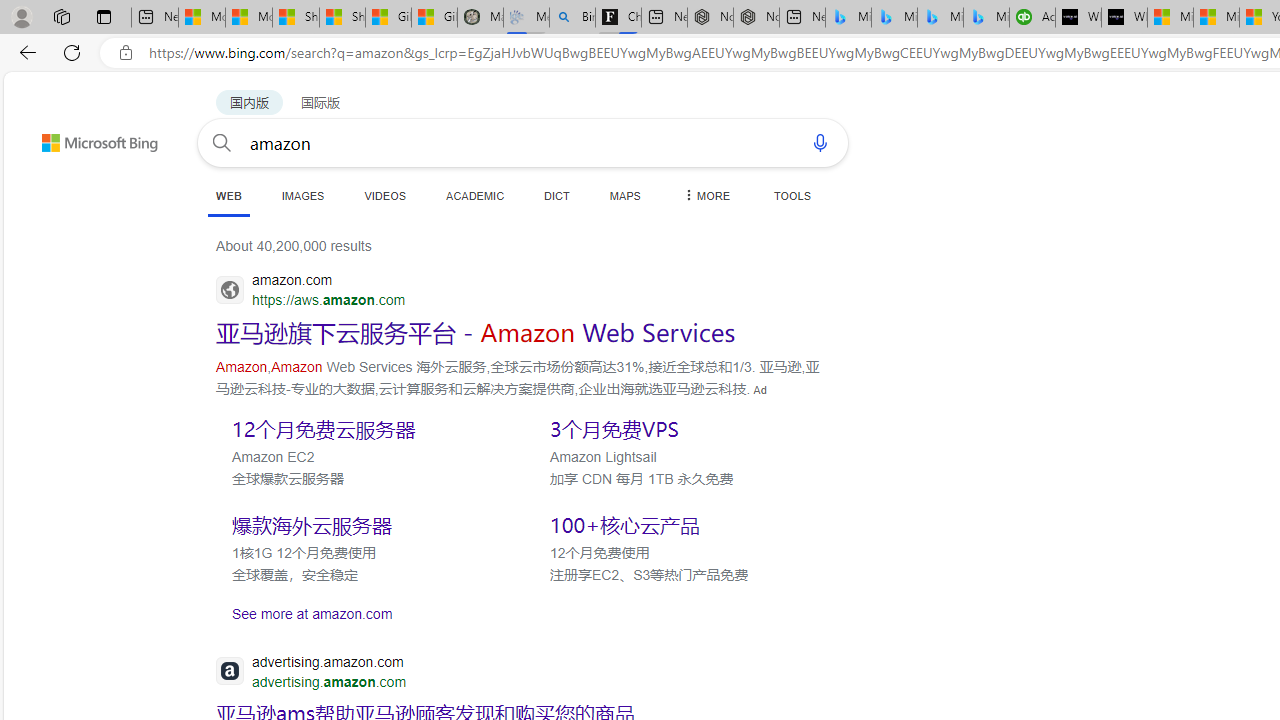  Describe the element at coordinates (385, 195) in the screenshot. I see `'VIDEOS'` at that location.